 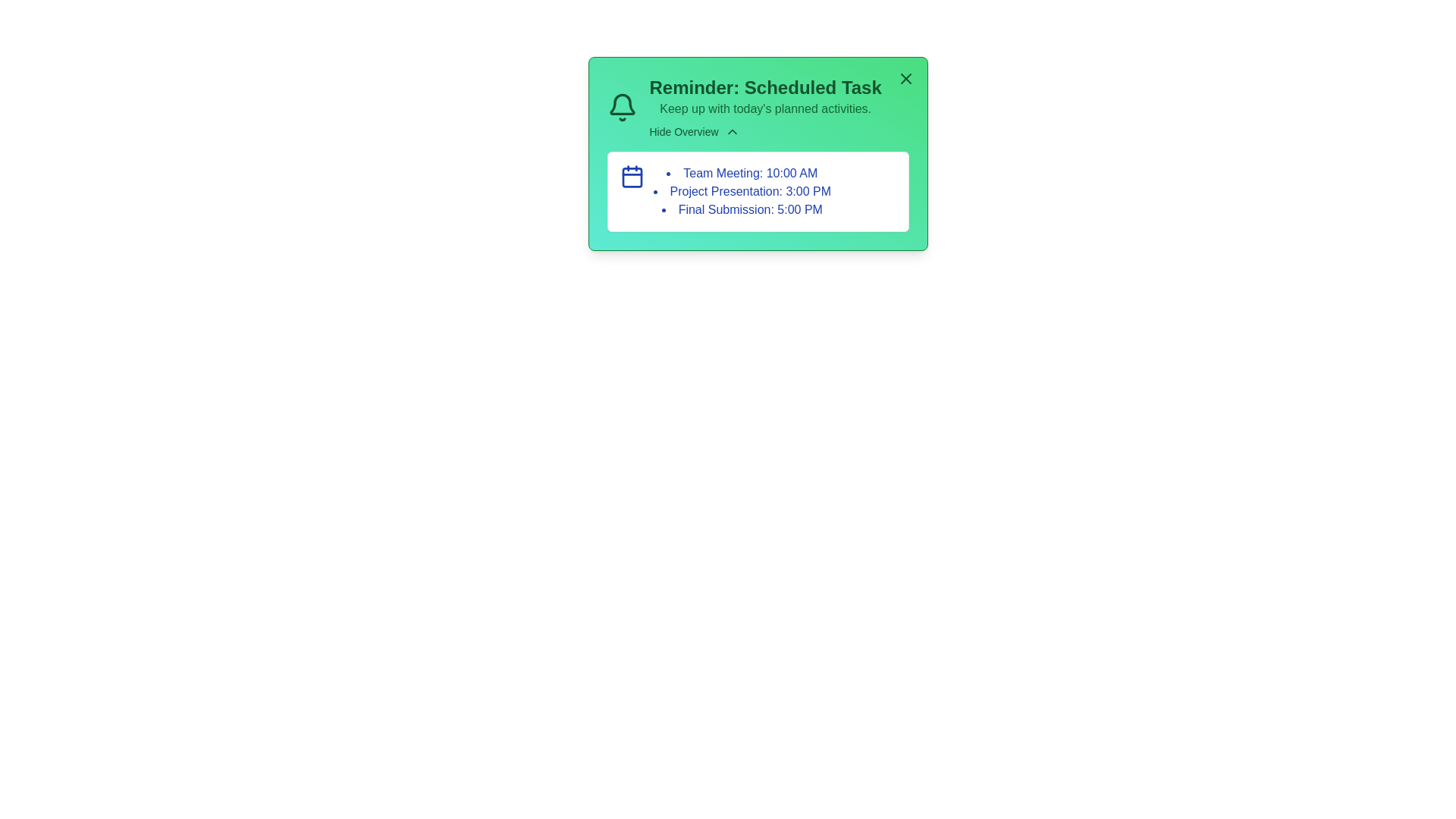 I want to click on the 'Hide Overview' button to toggle the visibility of the overview details, so click(x=694, y=130).